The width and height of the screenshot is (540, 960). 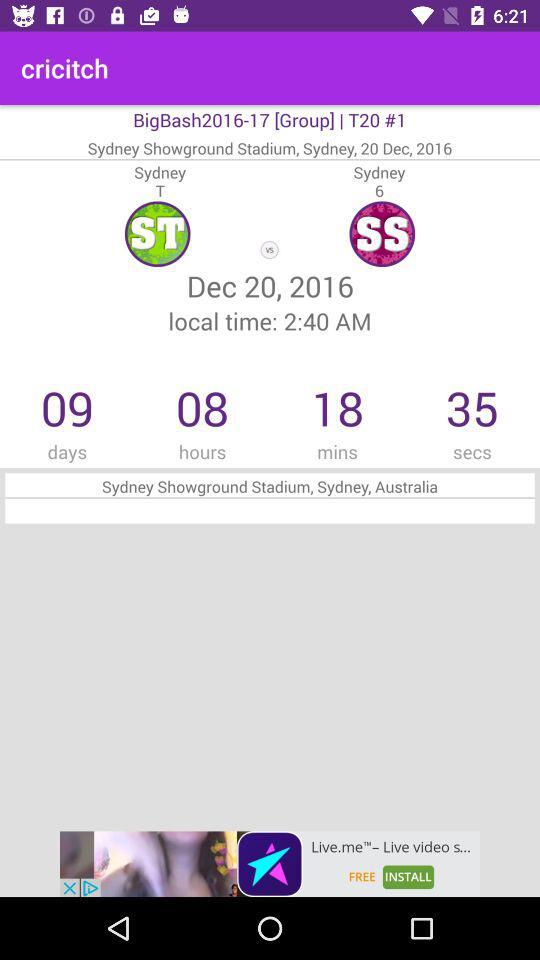 What do you see at coordinates (157, 233) in the screenshot?
I see `text left to ss` at bounding box center [157, 233].